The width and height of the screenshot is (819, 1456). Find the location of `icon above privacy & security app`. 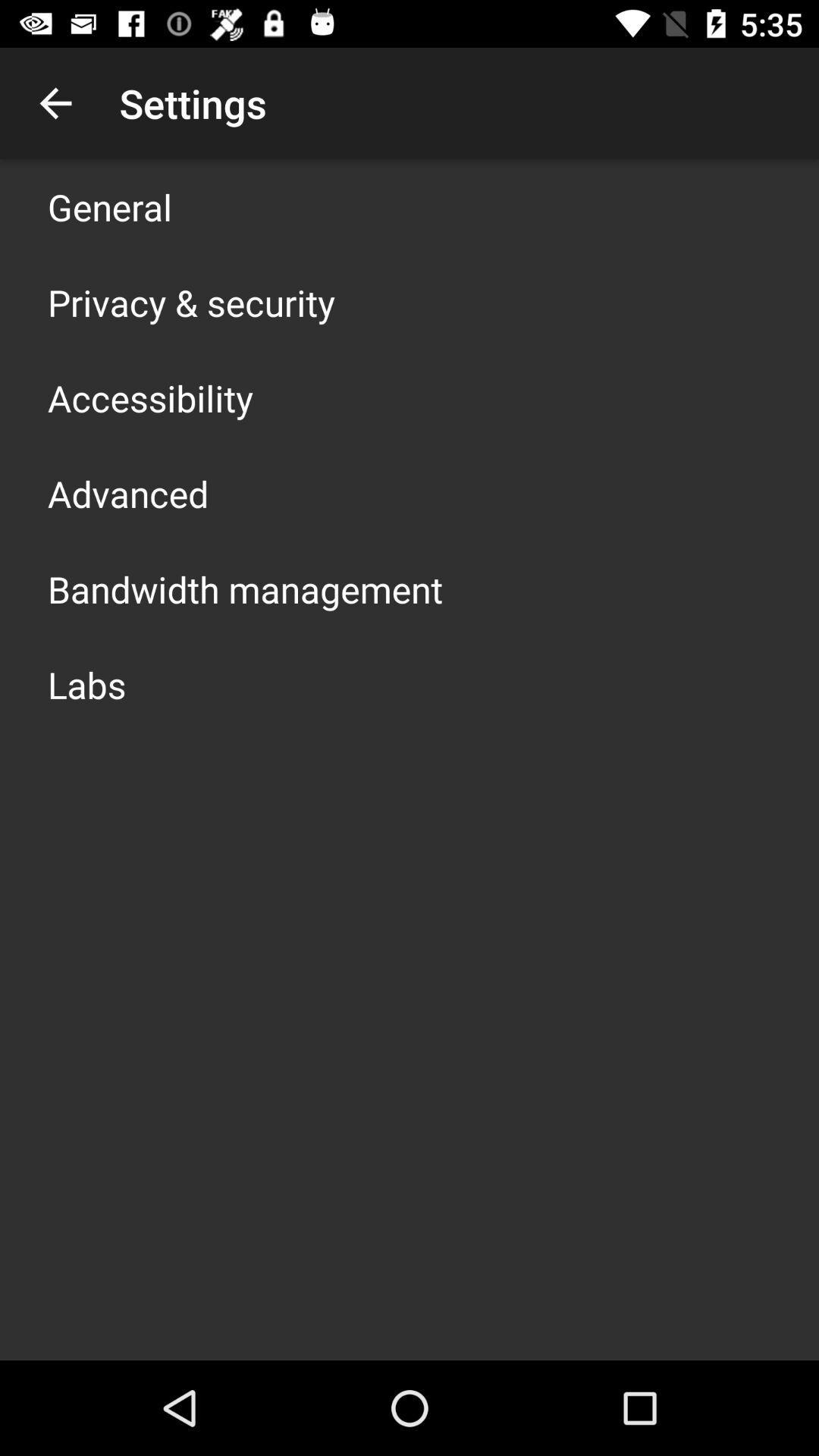

icon above privacy & security app is located at coordinates (109, 206).